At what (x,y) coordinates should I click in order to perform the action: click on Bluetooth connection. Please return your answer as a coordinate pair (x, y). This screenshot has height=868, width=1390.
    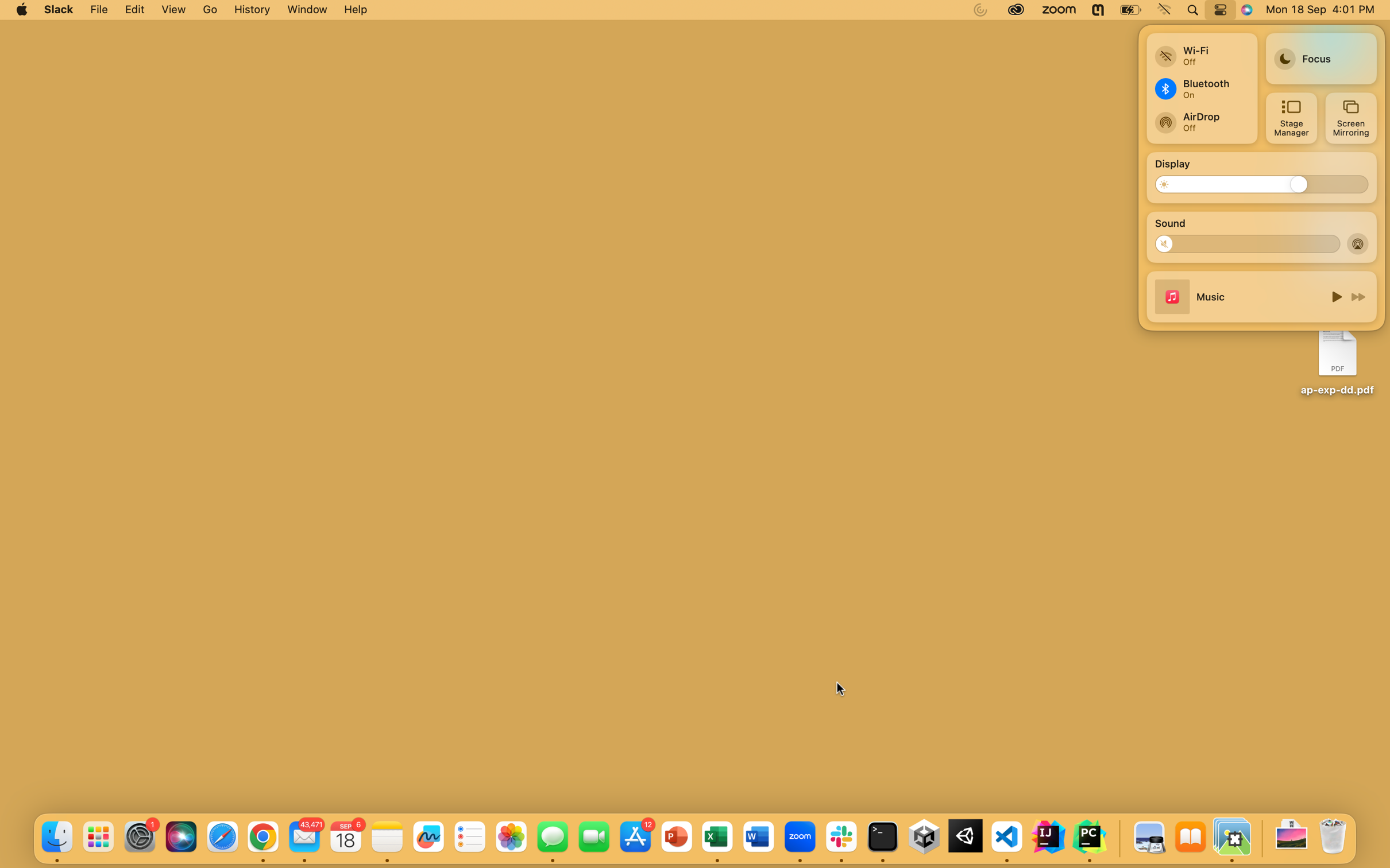
    Looking at the image, I should click on (1200, 88).